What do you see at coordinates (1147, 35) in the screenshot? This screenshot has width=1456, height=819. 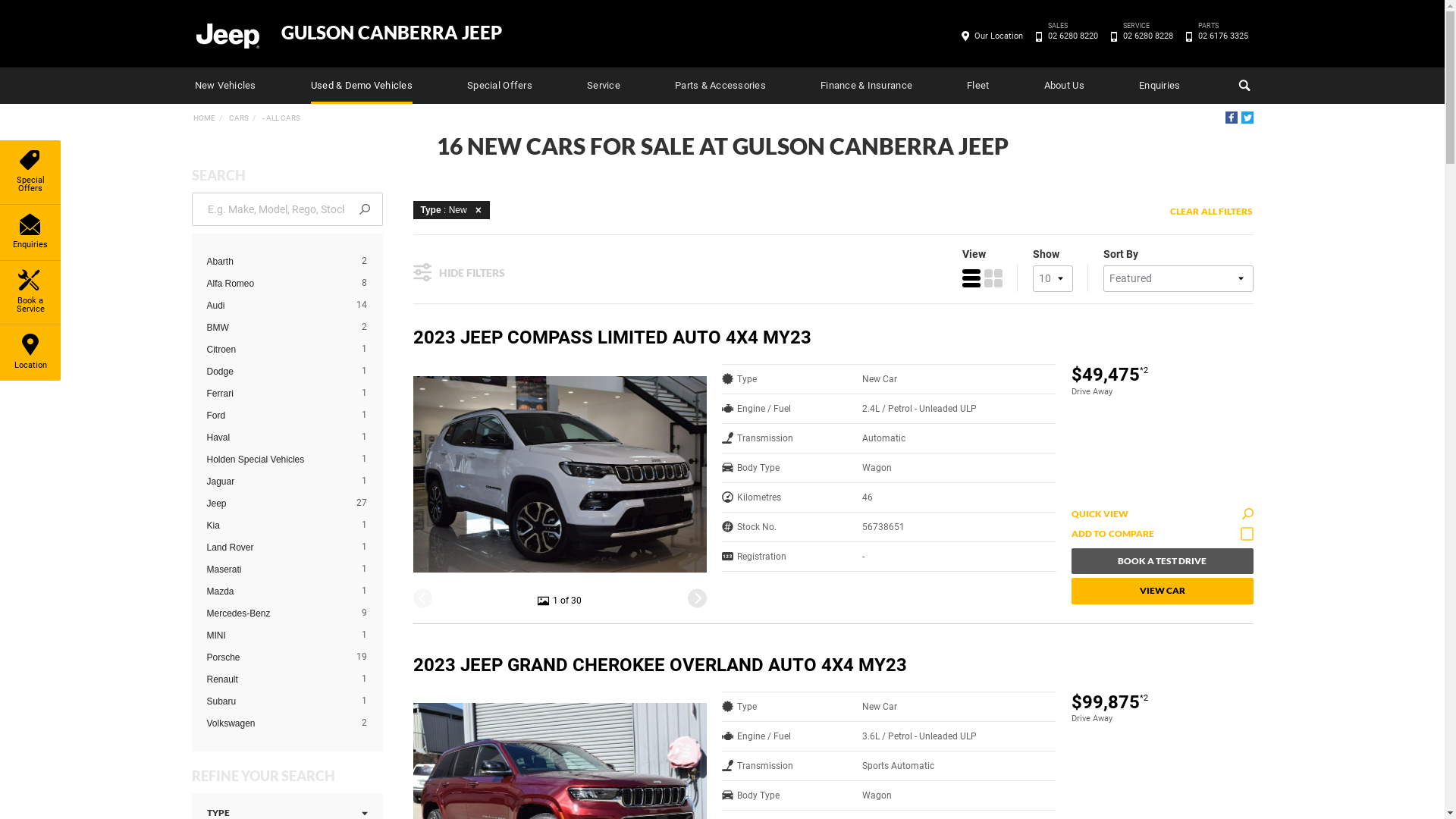 I see `'SERVICE` at bounding box center [1147, 35].